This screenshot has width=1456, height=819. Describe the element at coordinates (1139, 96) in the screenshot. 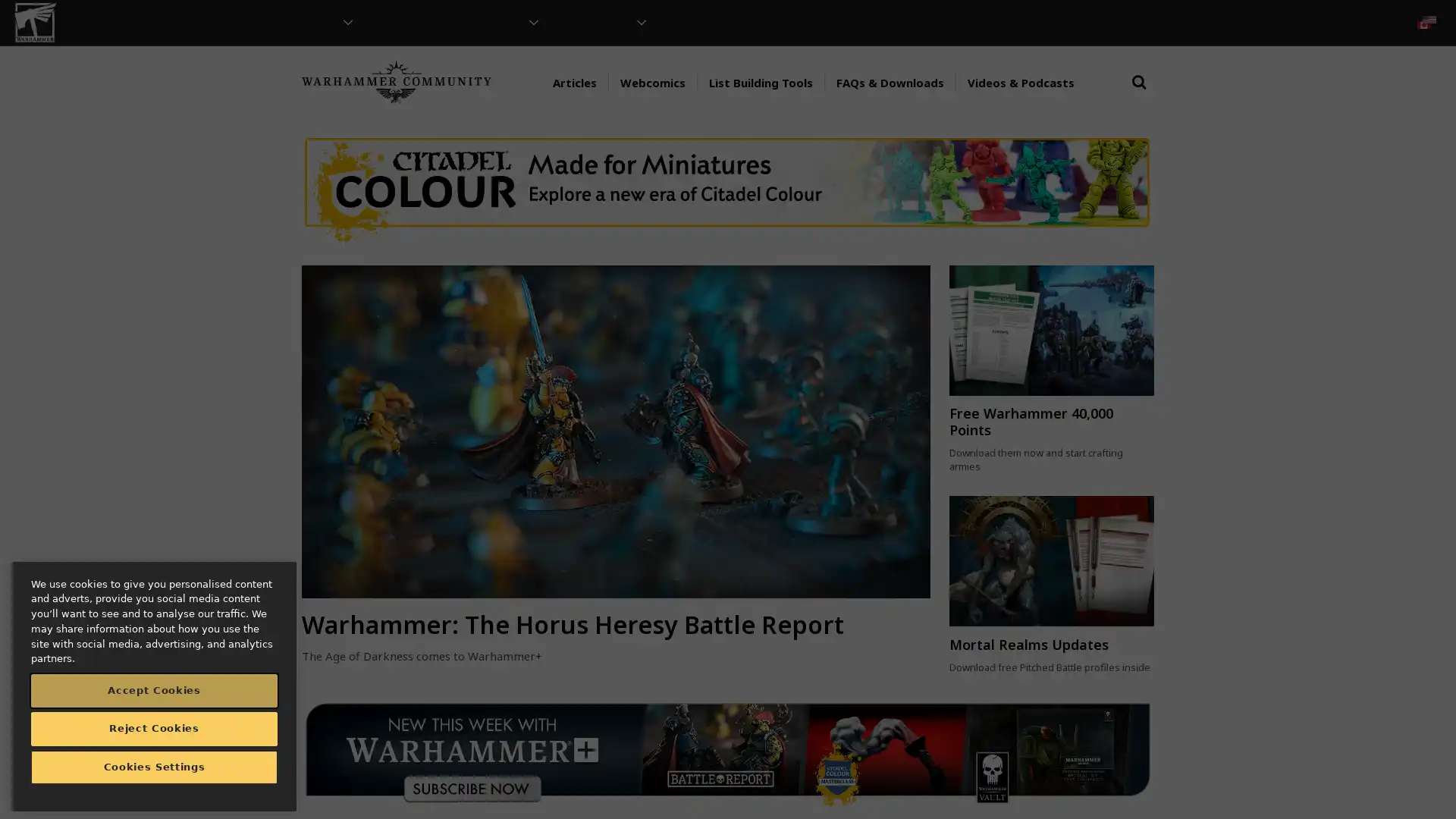

I see `Search` at that location.